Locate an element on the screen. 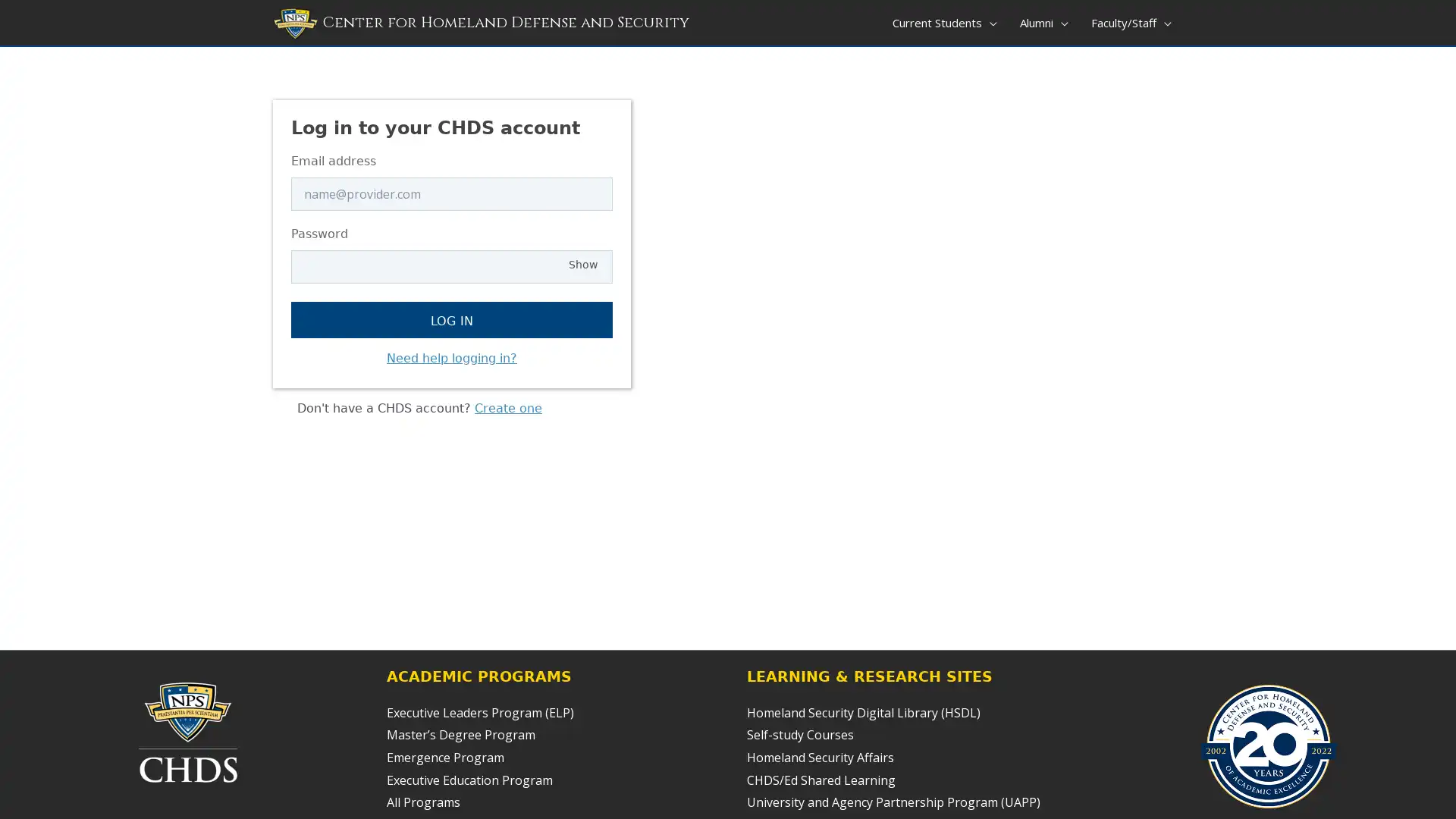  Log in is located at coordinates (450, 318).